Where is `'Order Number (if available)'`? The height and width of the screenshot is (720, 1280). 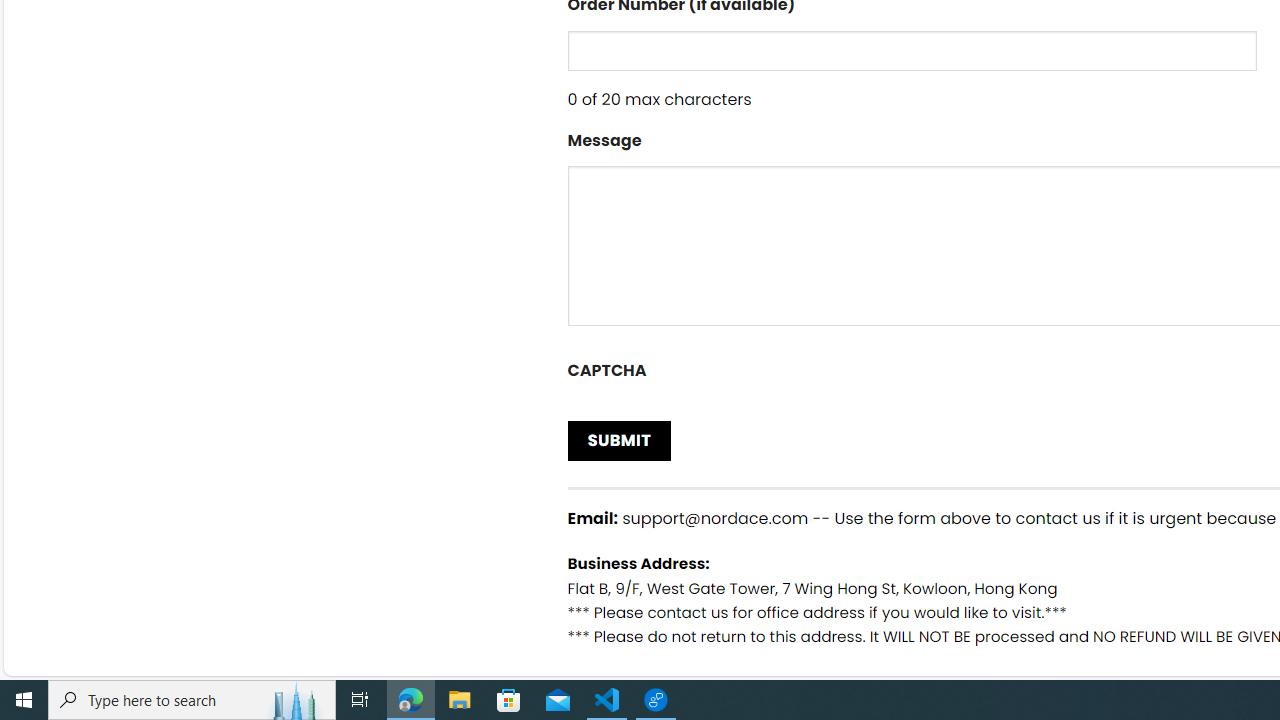
'Order Number (if available)' is located at coordinates (911, 49).